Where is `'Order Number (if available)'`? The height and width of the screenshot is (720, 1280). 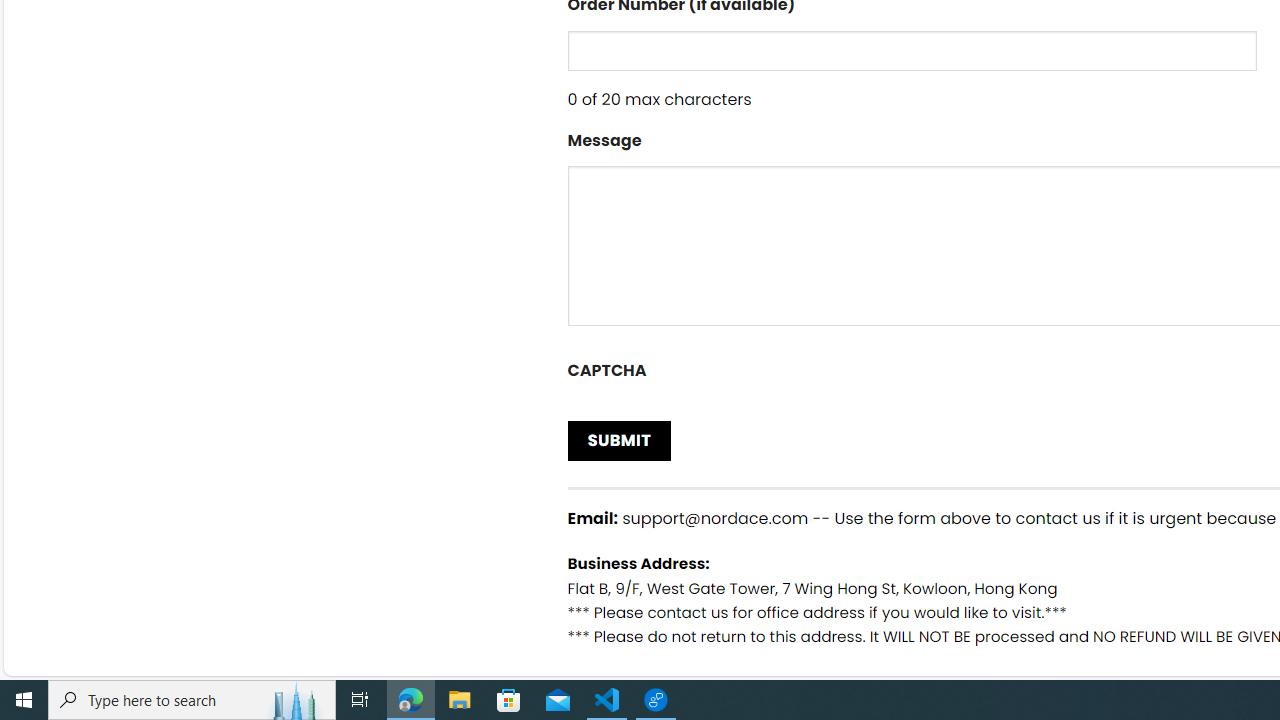
'Order Number (if available)' is located at coordinates (911, 49).